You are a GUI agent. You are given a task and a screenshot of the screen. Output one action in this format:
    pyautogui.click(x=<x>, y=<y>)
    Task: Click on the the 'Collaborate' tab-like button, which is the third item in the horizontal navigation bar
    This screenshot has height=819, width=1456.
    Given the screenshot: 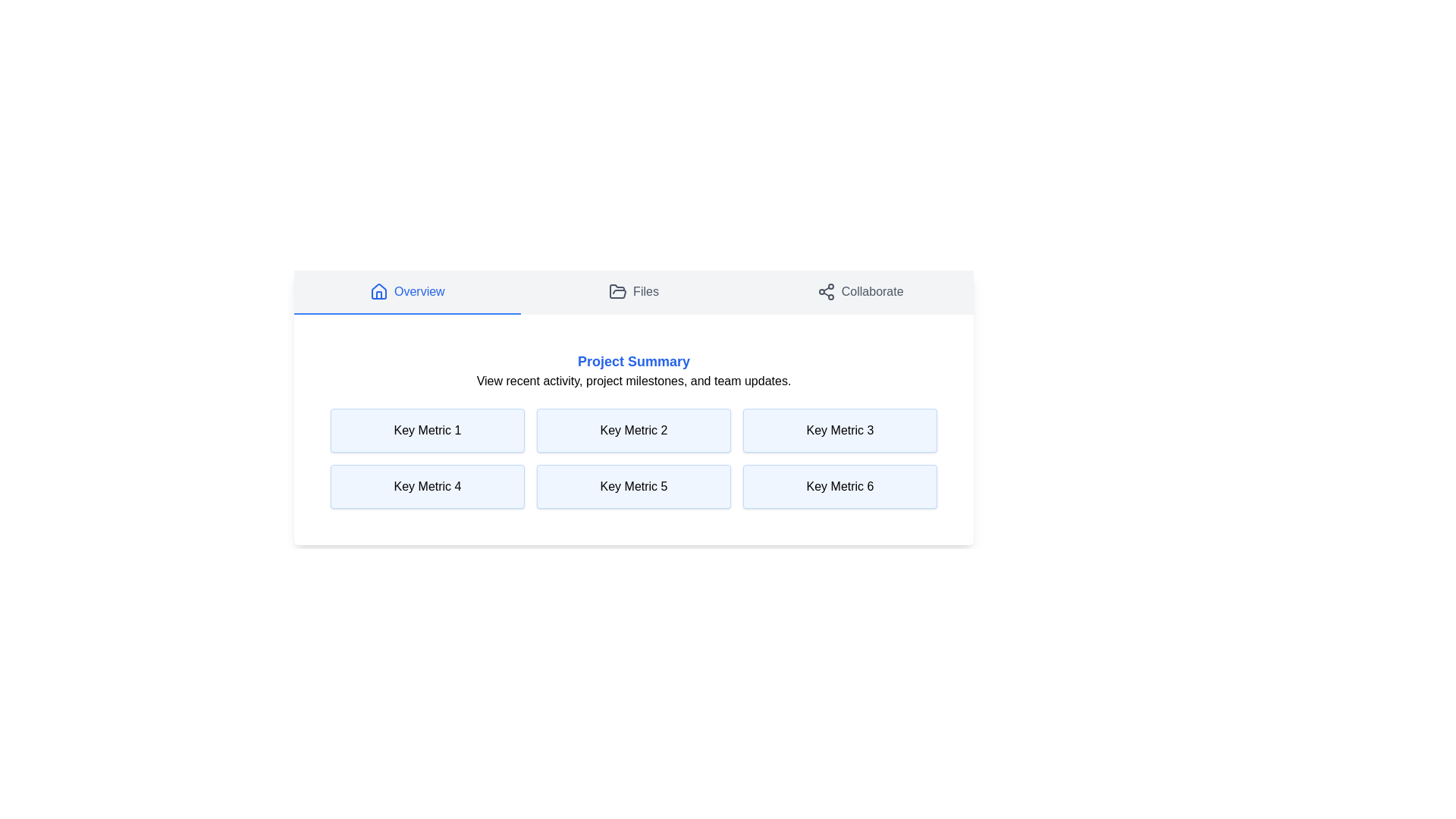 What is the action you would take?
    pyautogui.click(x=859, y=292)
    